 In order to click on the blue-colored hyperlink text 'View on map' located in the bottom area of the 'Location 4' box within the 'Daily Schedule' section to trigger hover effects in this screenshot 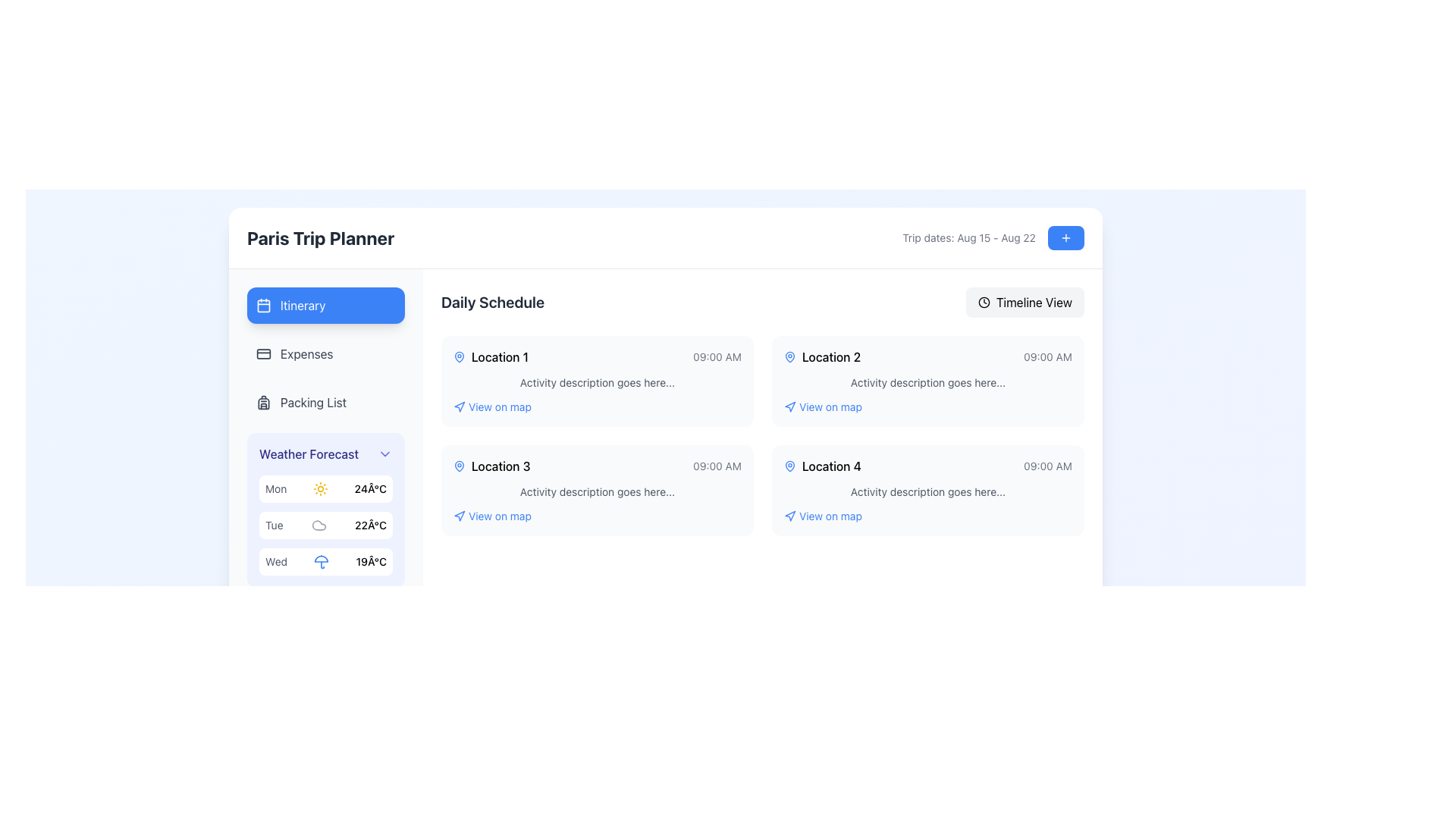, I will do `click(830, 516)`.